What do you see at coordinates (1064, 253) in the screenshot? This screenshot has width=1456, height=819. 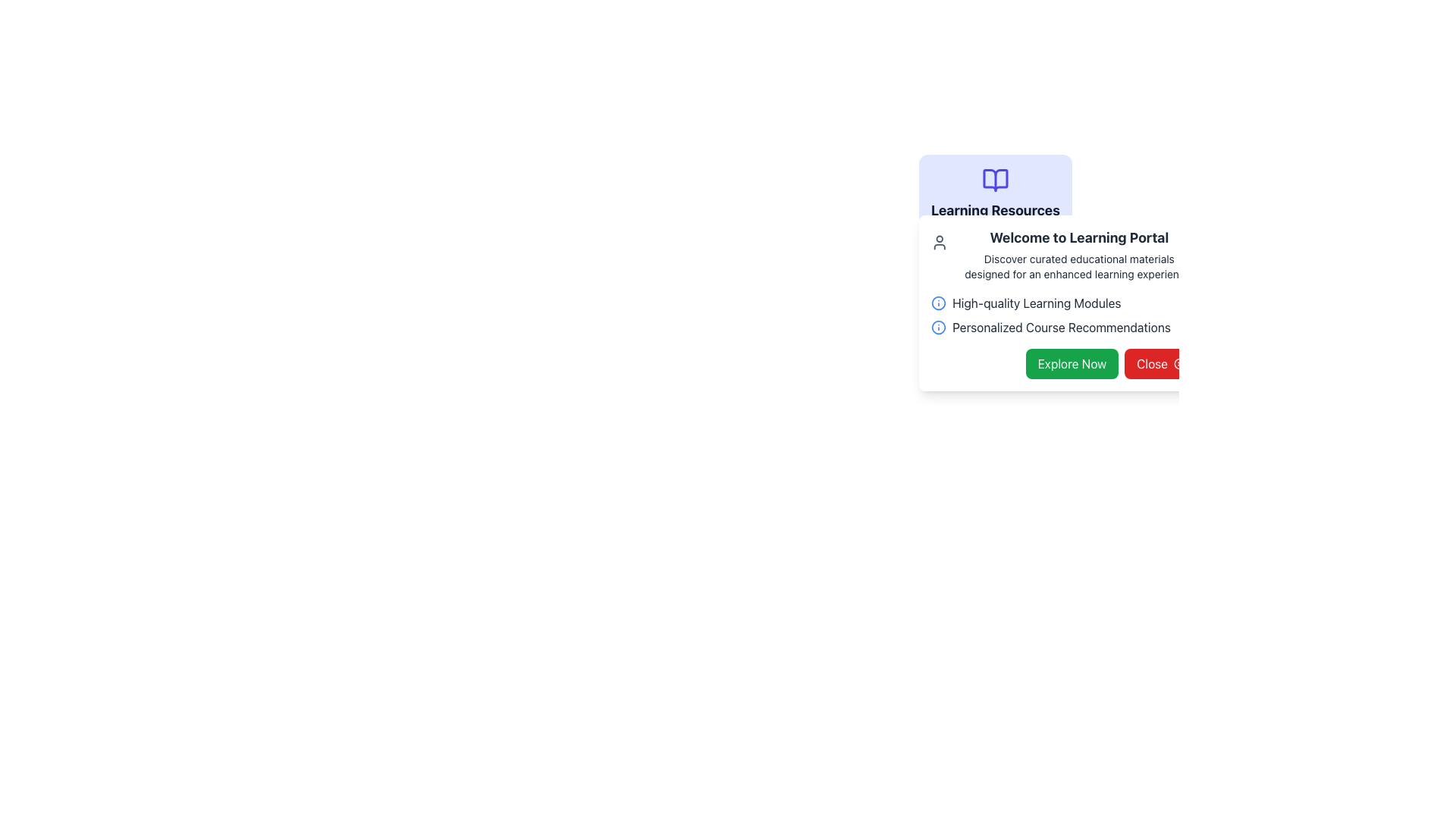 I see `the static text element titled 'Welcome to Learning Portal', which introduces the Learning Portal and is located in the upper section of a popup card` at bounding box center [1064, 253].